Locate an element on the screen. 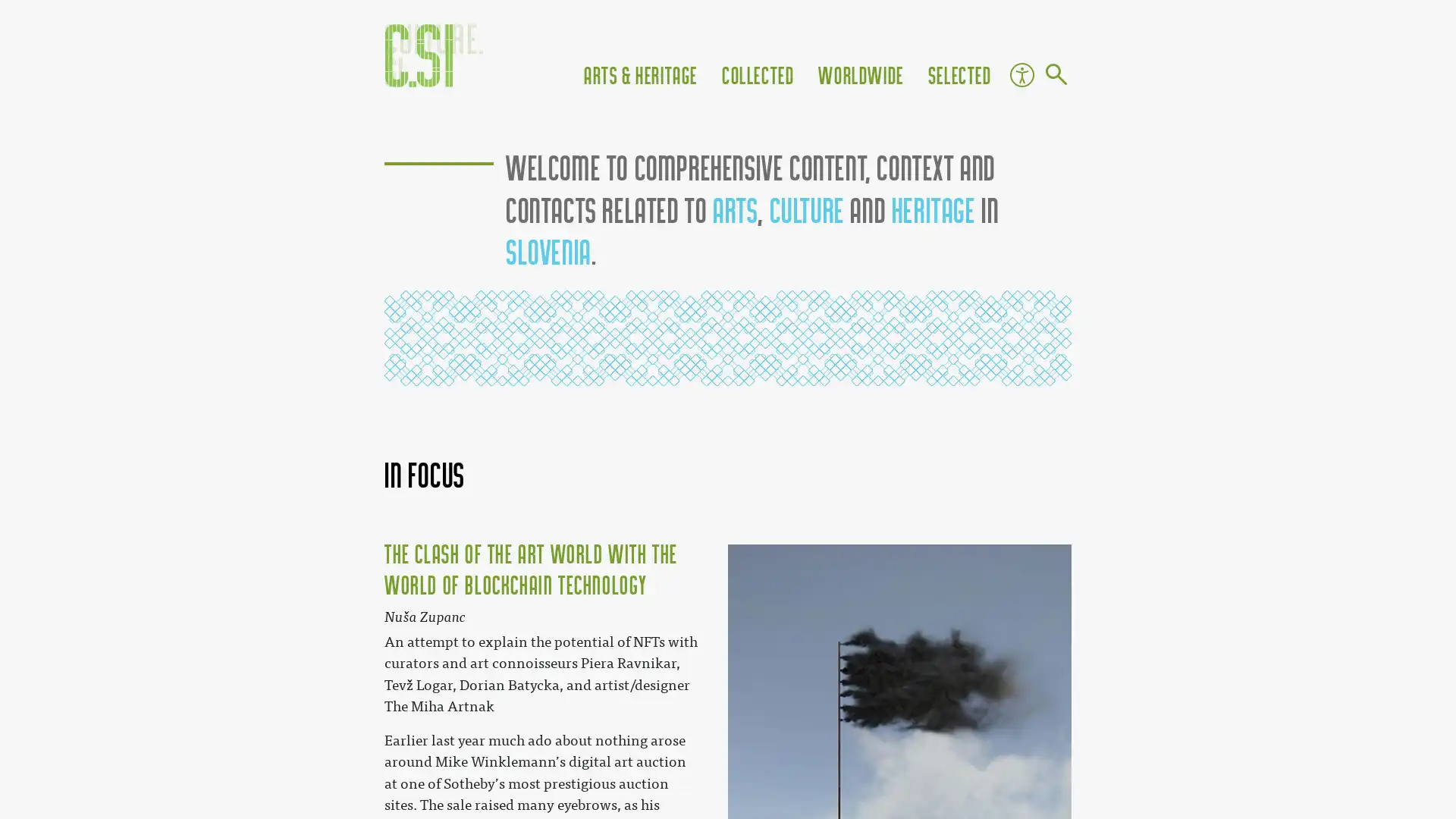 The width and height of the screenshot is (1456, 819). Go to page is located at coordinates (1055, 76).